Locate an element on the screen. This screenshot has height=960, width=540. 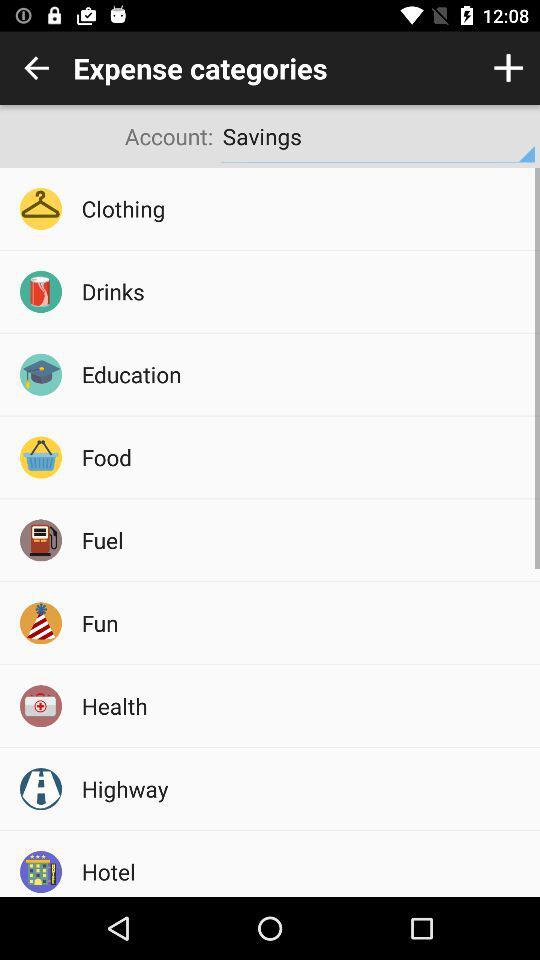
switch previous page is located at coordinates (36, 68).